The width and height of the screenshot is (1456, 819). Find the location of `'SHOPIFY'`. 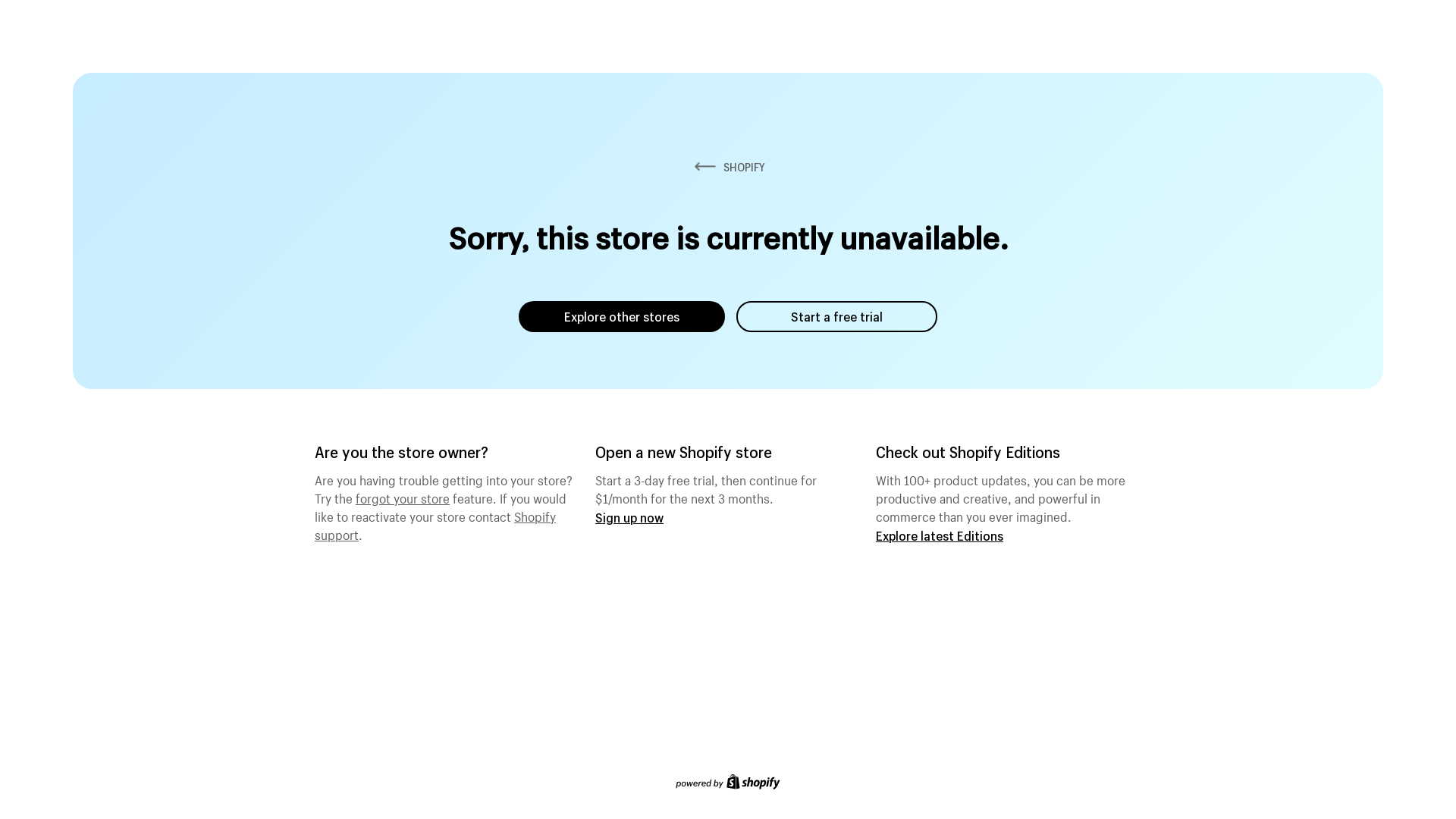

'SHOPIFY' is located at coordinates (728, 167).